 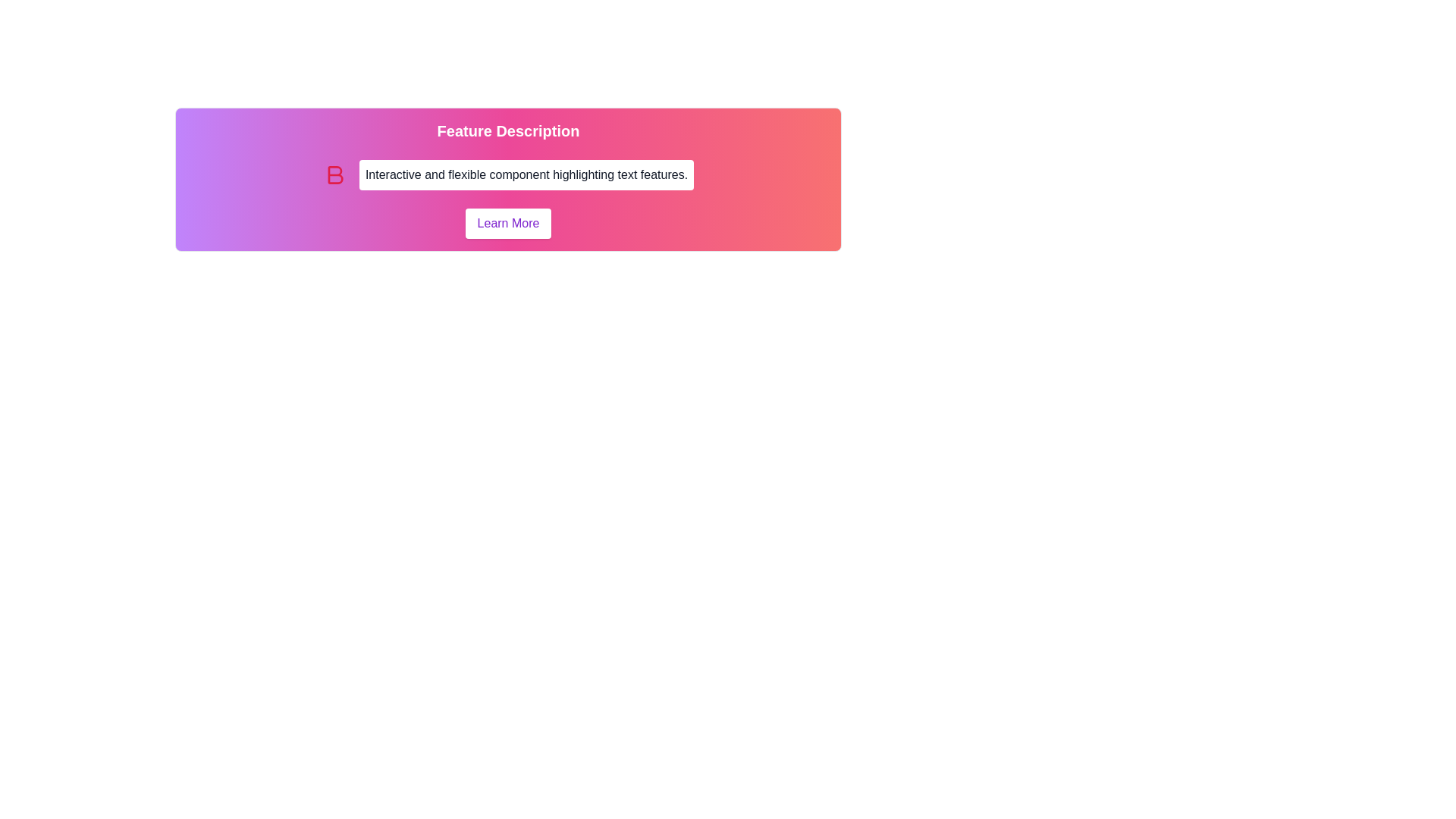 What do you see at coordinates (508, 174) in the screenshot?
I see `the Static Text Block that presents descriptive text about the features of the application, located between the title 'Feature Description' and the 'Learn More' button` at bounding box center [508, 174].